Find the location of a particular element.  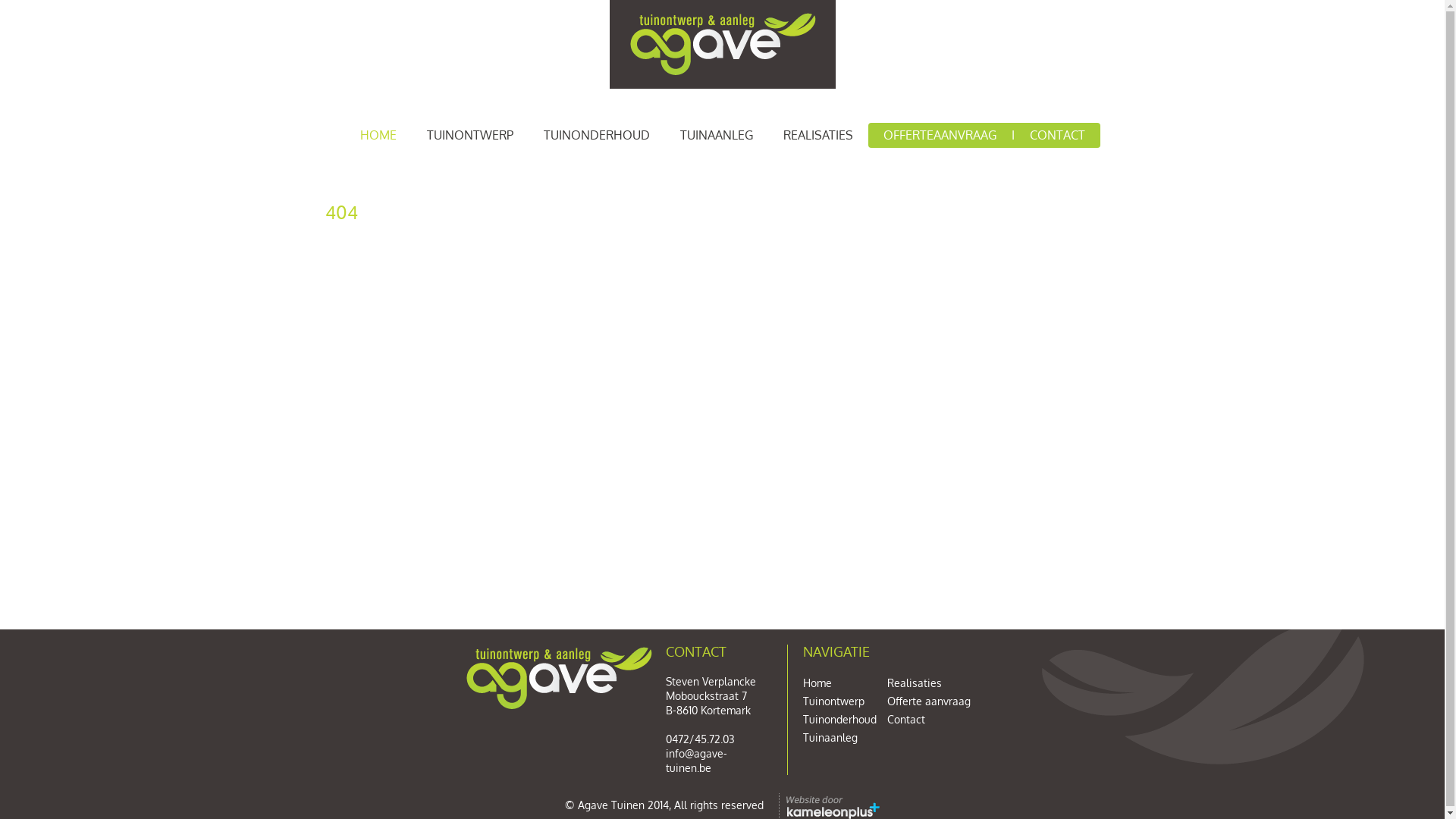

'Tuinonderhoud' is located at coordinates (838, 718).